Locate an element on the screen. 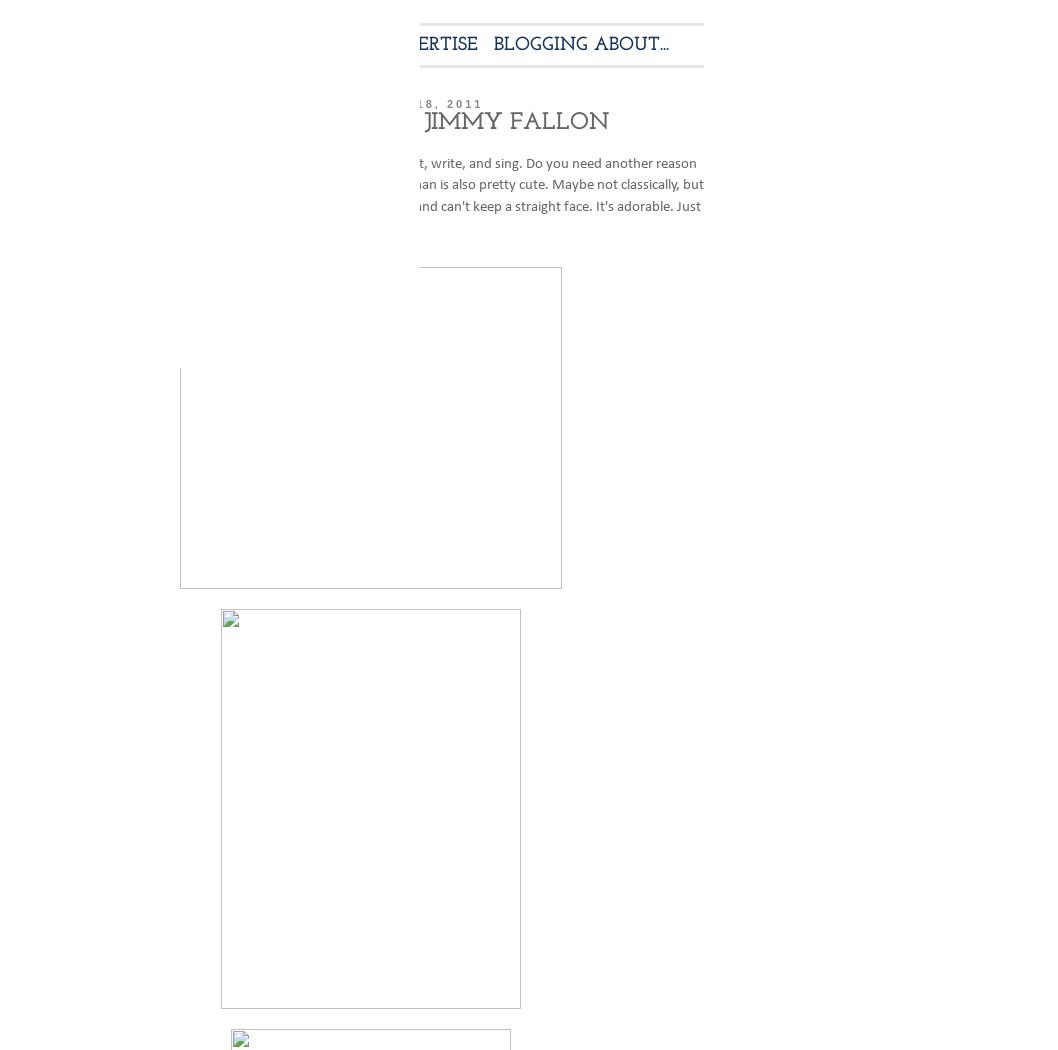  'up and can't keep a straight face. It's adorable. Just look at that face...' is located at coordinates (369, 216).